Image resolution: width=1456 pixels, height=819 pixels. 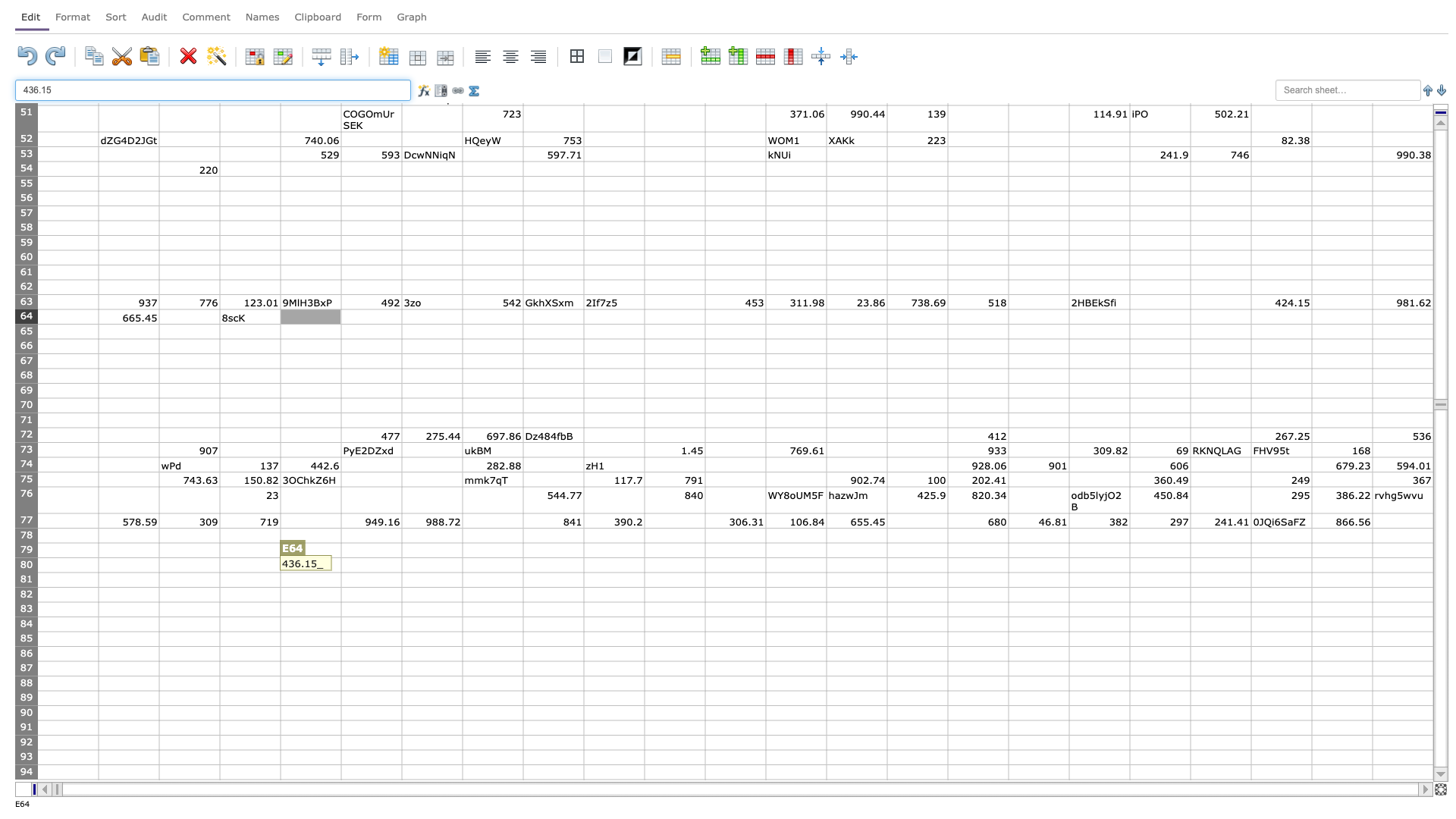 I want to click on top left corner of G80, so click(x=401, y=557).